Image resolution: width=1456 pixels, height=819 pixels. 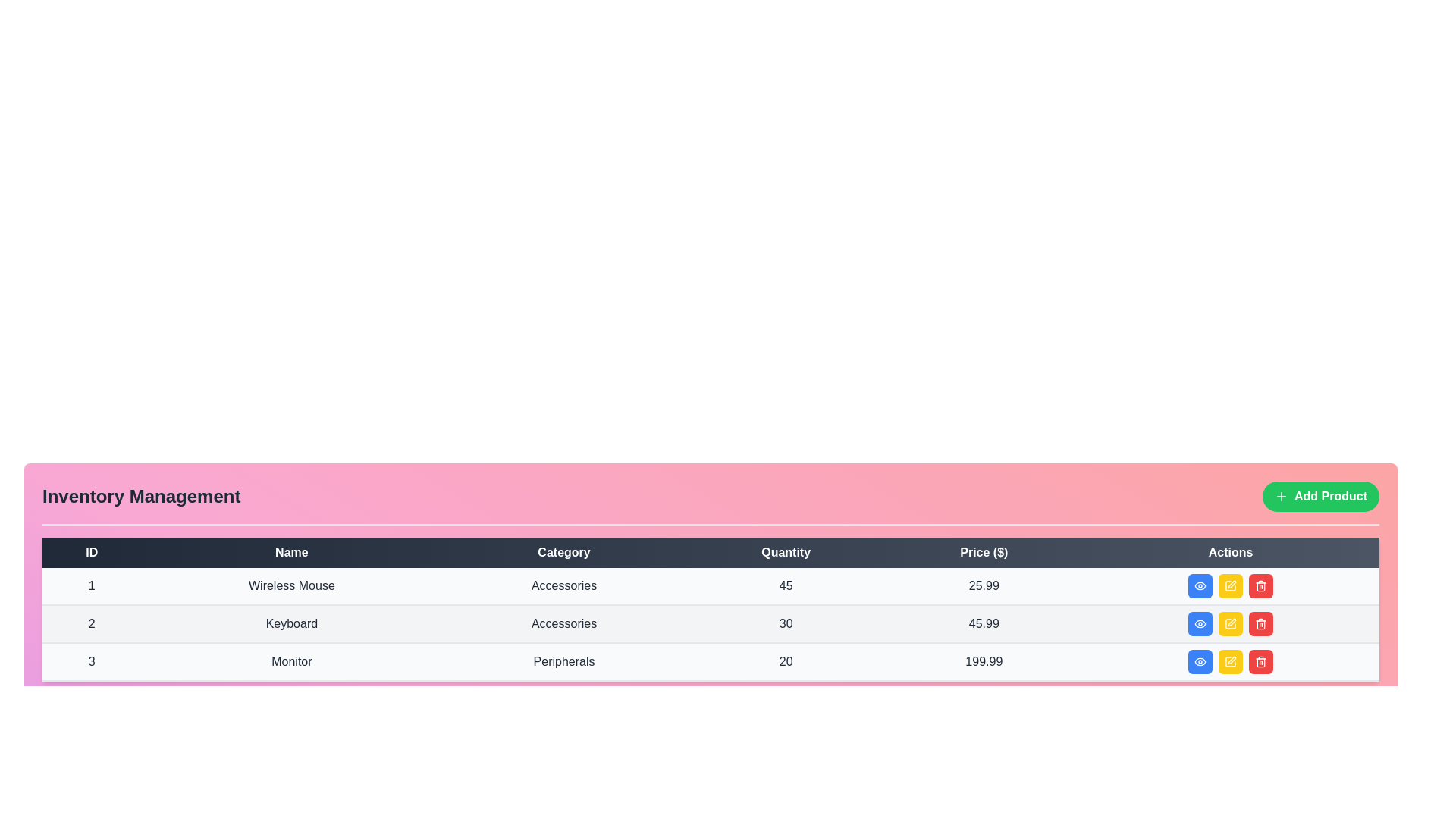 What do you see at coordinates (1200, 661) in the screenshot?
I see `the 'view' button in the 'Actions' column of the third row` at bounding box center [1200, 661].